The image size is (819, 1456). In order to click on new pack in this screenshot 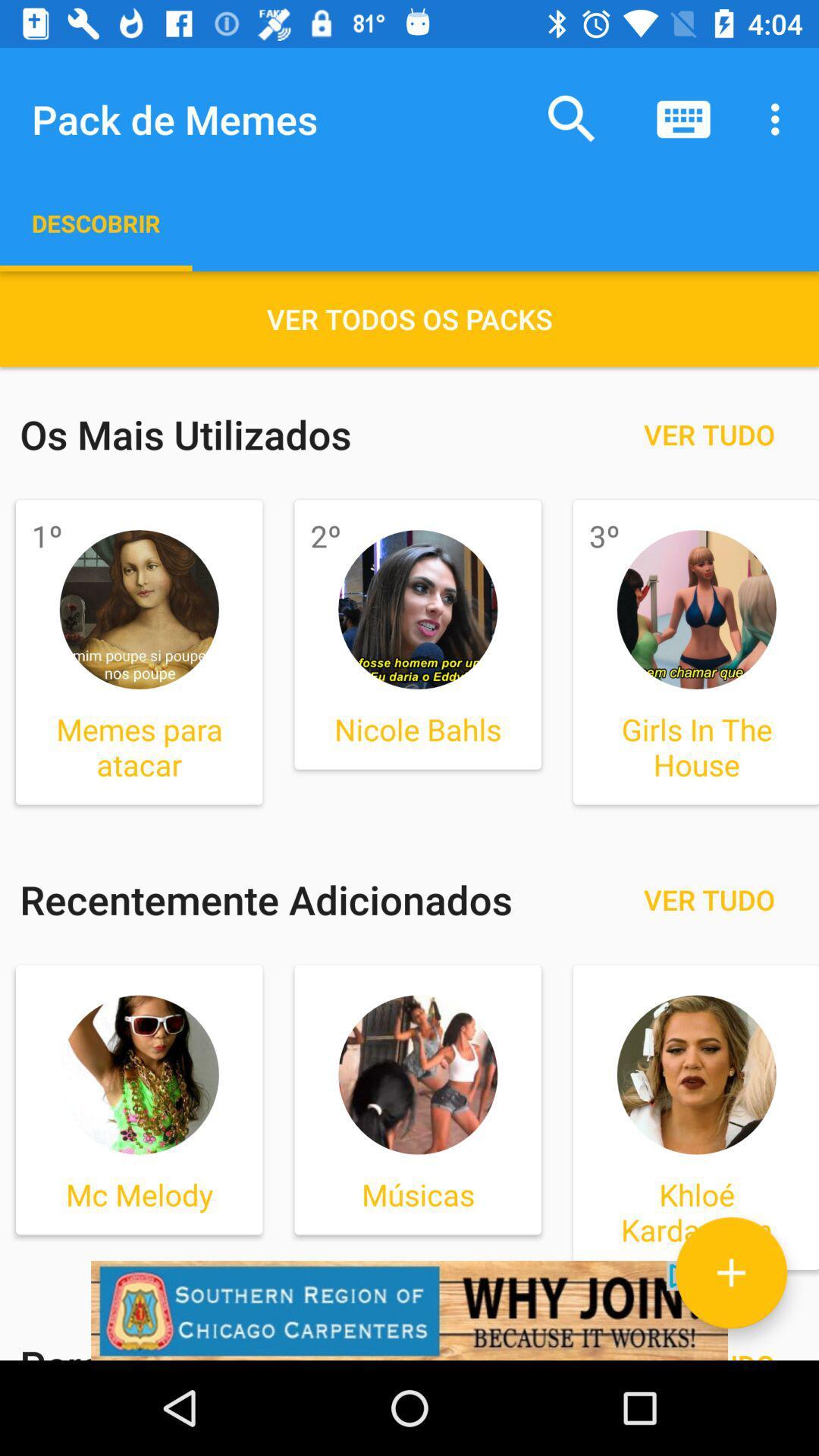, I will do `click(730, 1272)`.